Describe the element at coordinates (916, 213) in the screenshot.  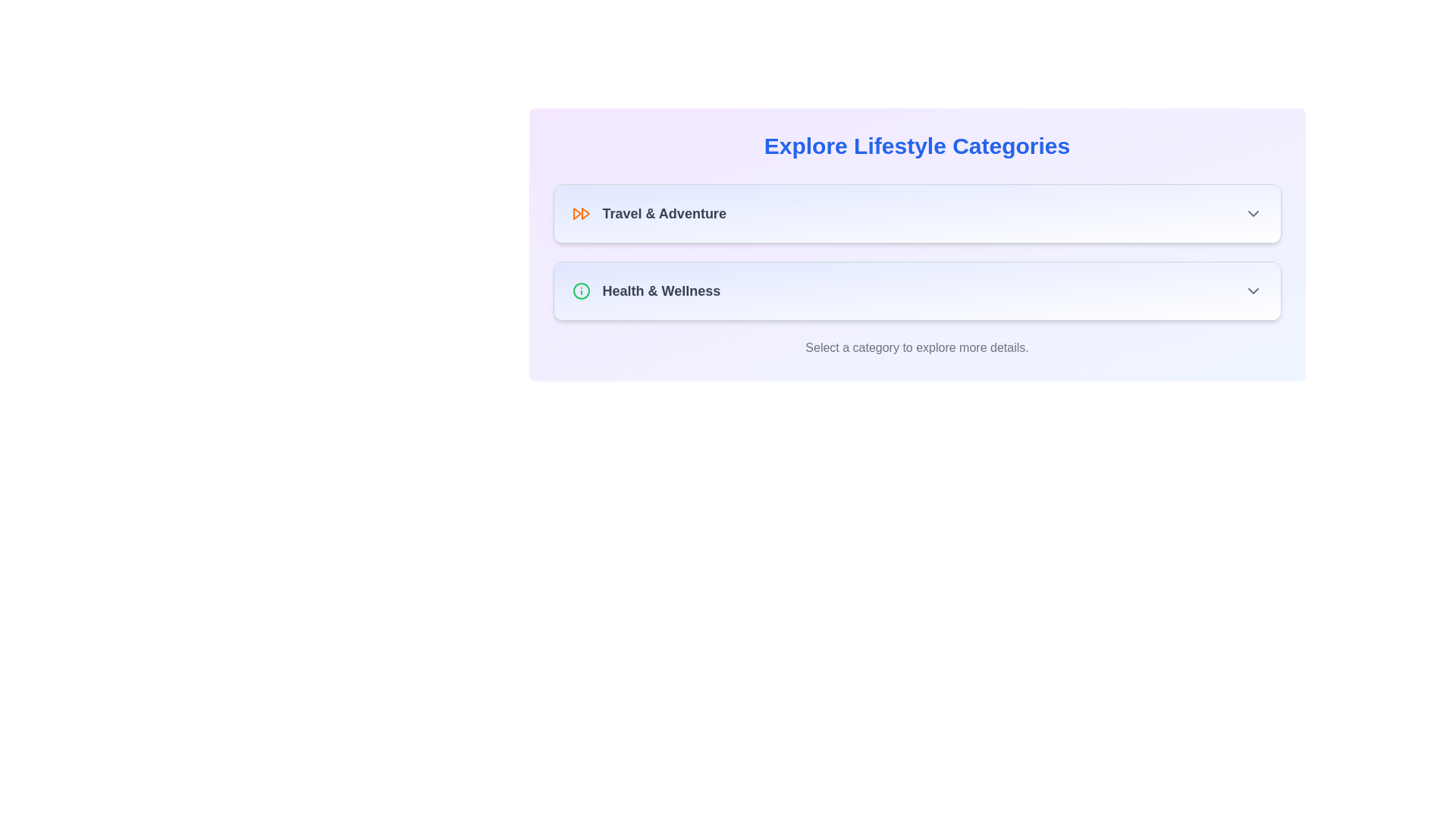
I see `the 'Travel & Adventure' category selector button` at that location.